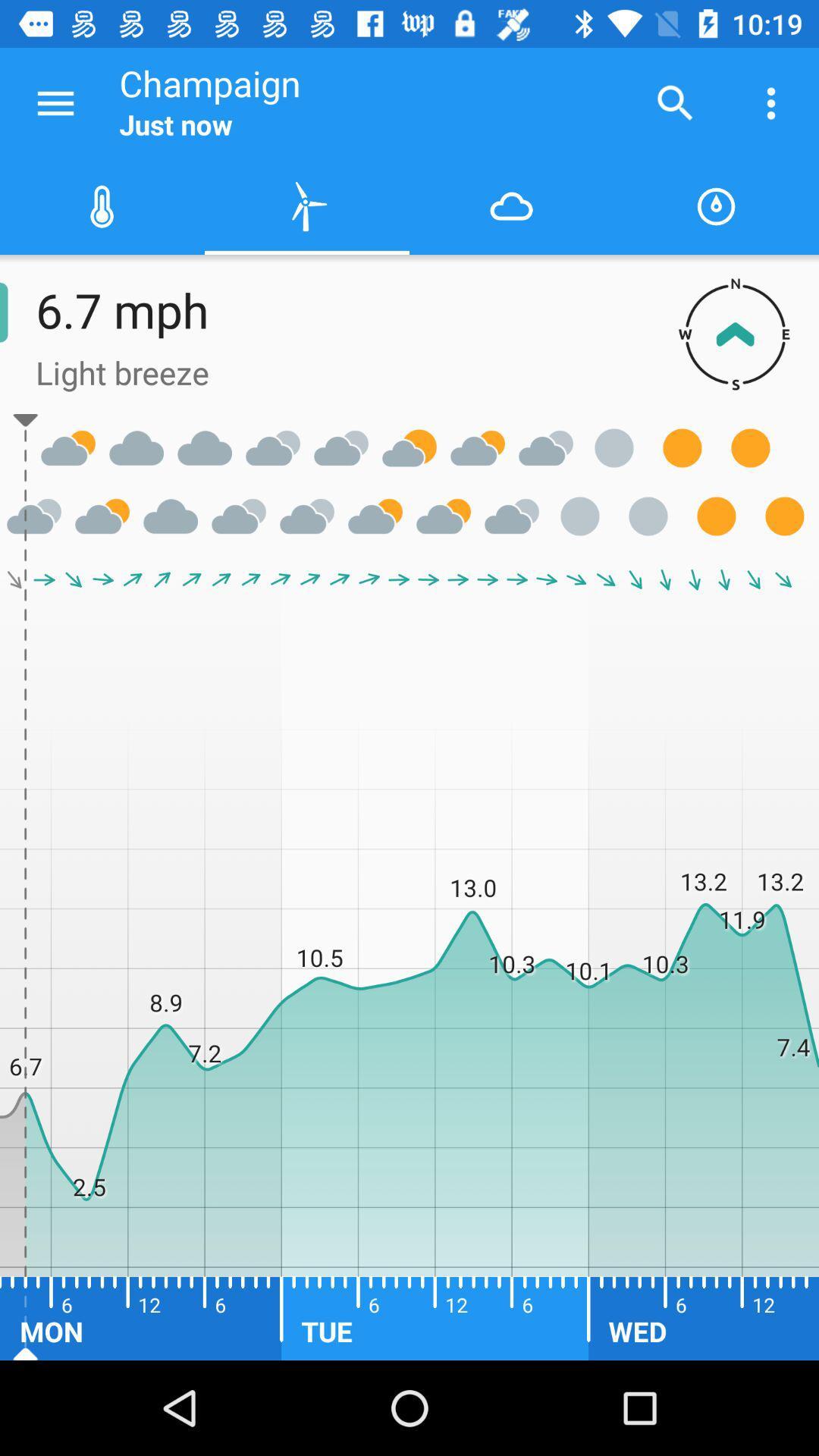  I want to click on the icon next to champaign item, so click(55, 102).